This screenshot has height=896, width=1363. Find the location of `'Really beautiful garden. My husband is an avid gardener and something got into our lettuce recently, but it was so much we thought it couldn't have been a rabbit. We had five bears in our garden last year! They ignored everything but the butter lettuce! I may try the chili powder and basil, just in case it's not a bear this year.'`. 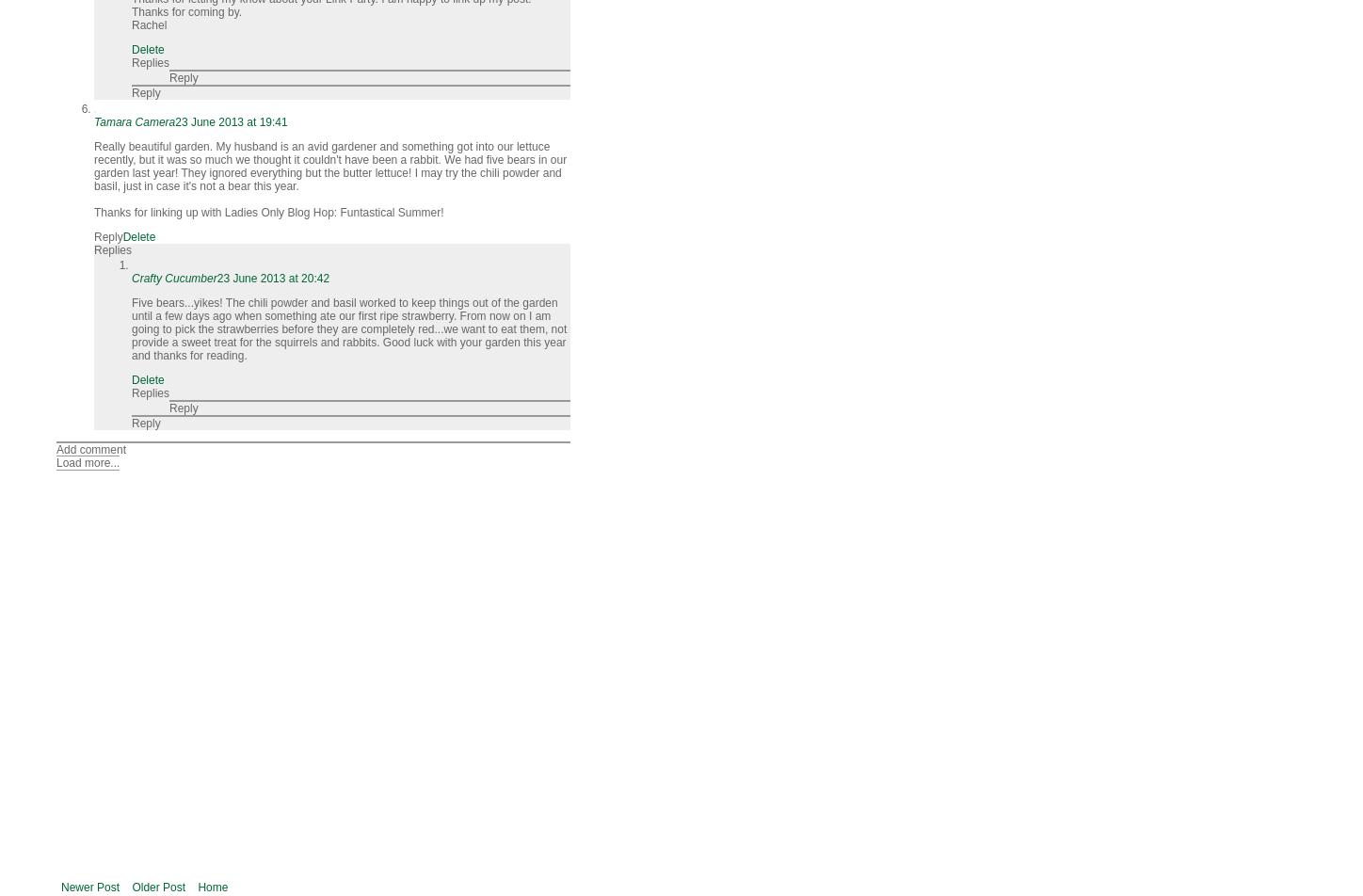

'Really beautiful garden. My husband is an avid gardener and something got into our lettuce recently, but it was so much we thought it couldn't have been a rabbit. We had five bears in our garden last year! They ignored everything but the butter lettuce! I may try the chili powder and basil, just in case it's not a bear this year.' is located at coordinates (329, 166).